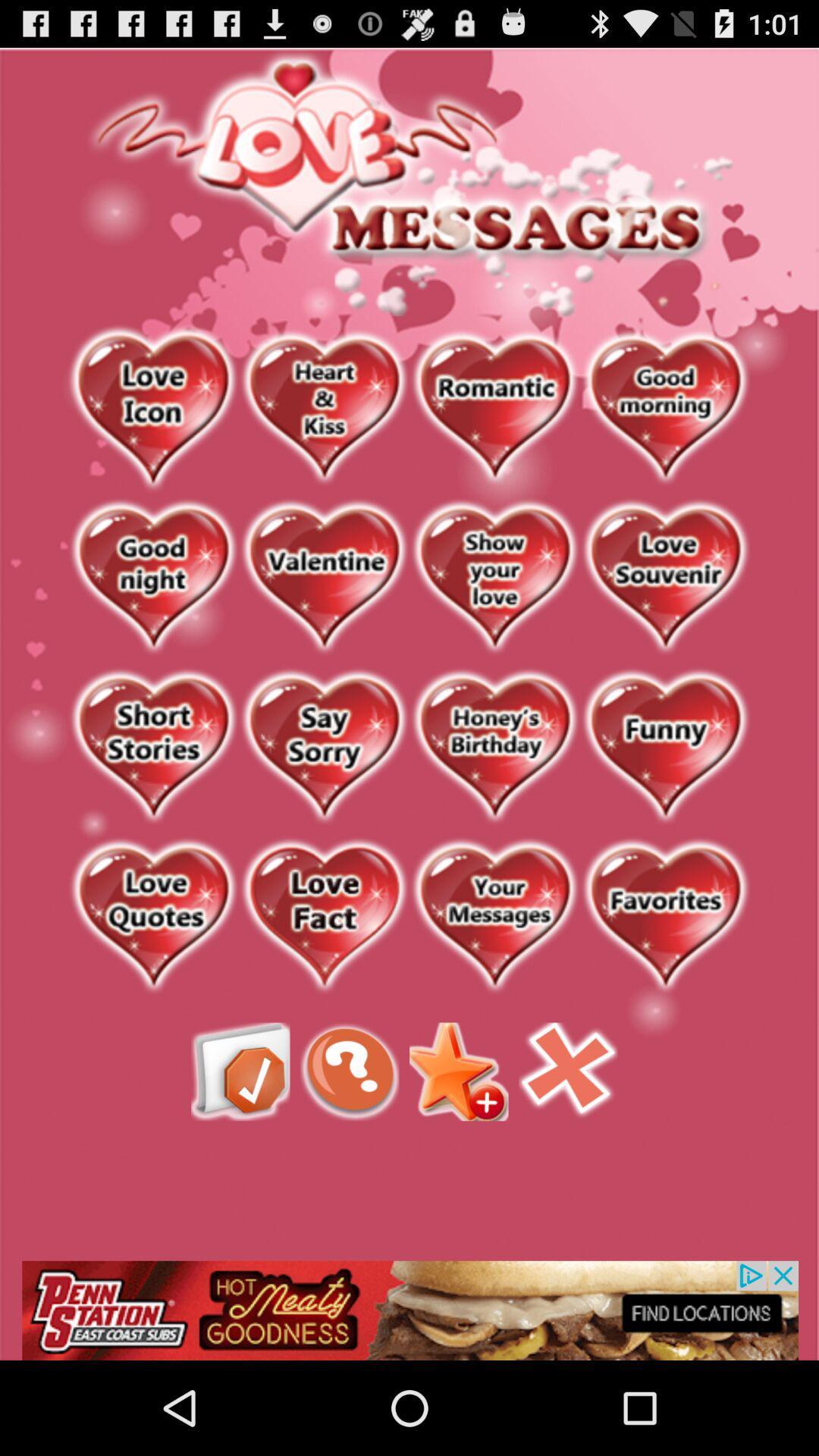  I want to click on helf feeback, so click(350, 1071).